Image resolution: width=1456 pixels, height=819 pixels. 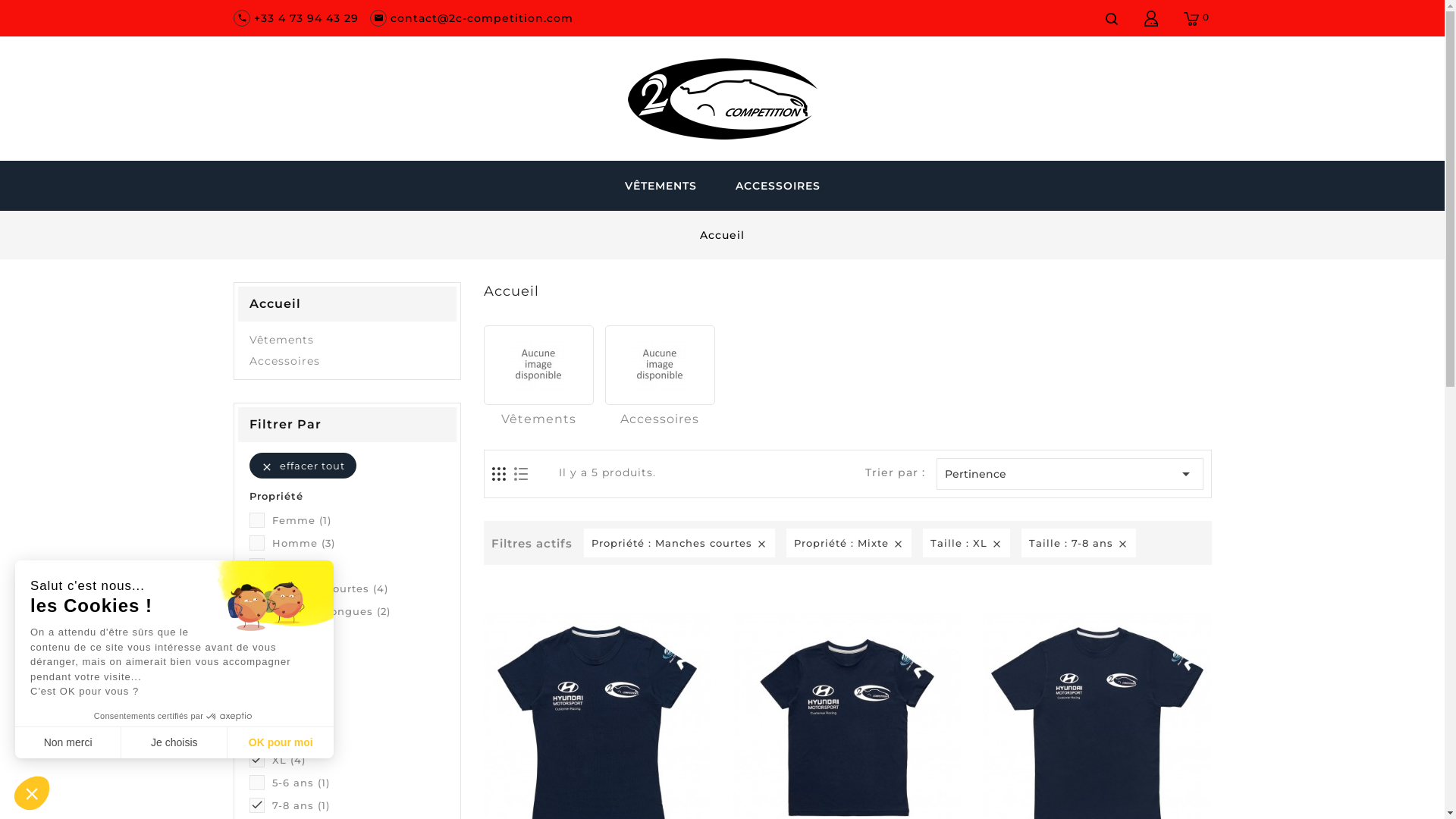 I want to click on 'Accessoires', so click(x=604, y=365).